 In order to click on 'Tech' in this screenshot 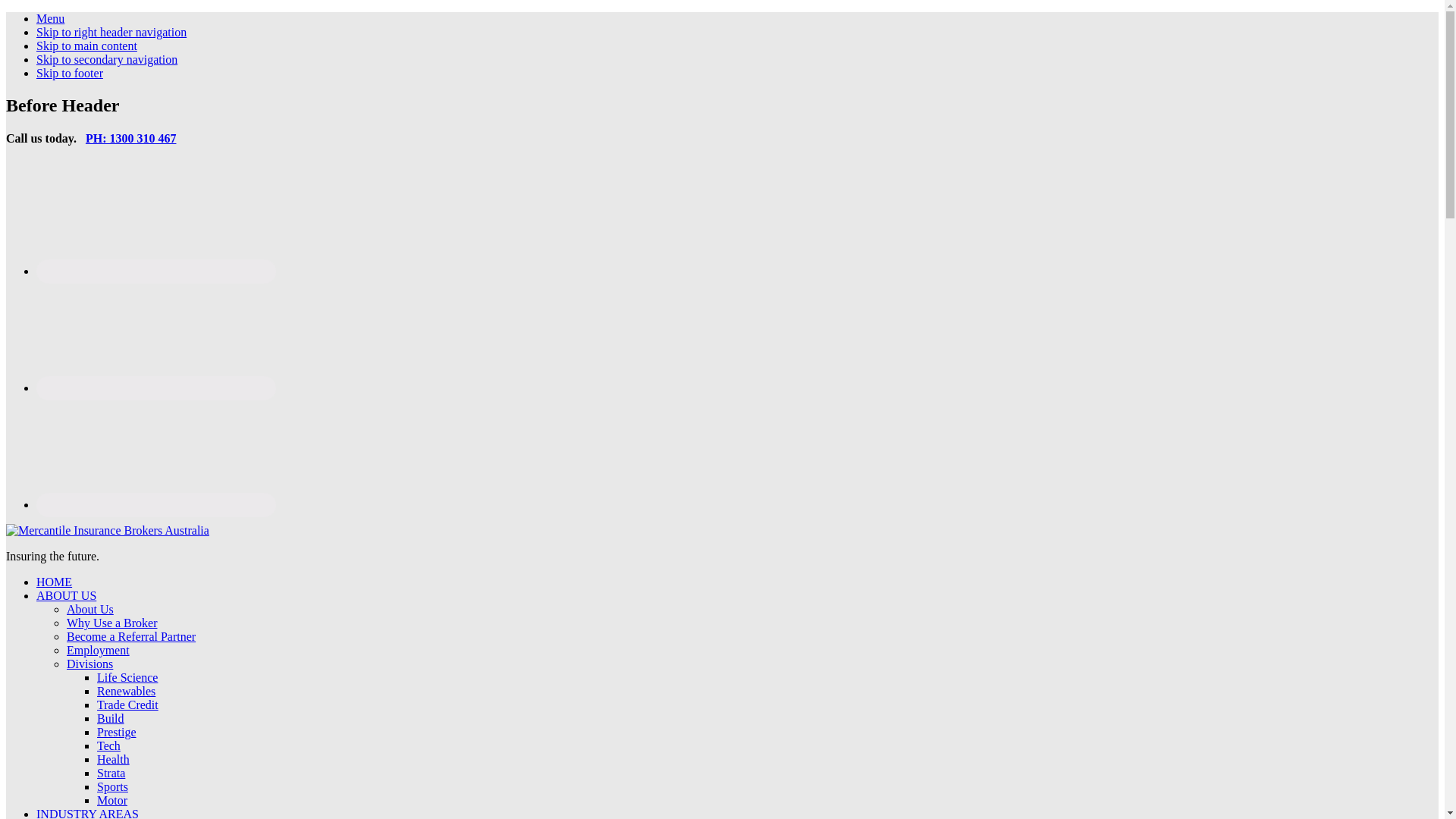, I will do `click(108, 745)`.